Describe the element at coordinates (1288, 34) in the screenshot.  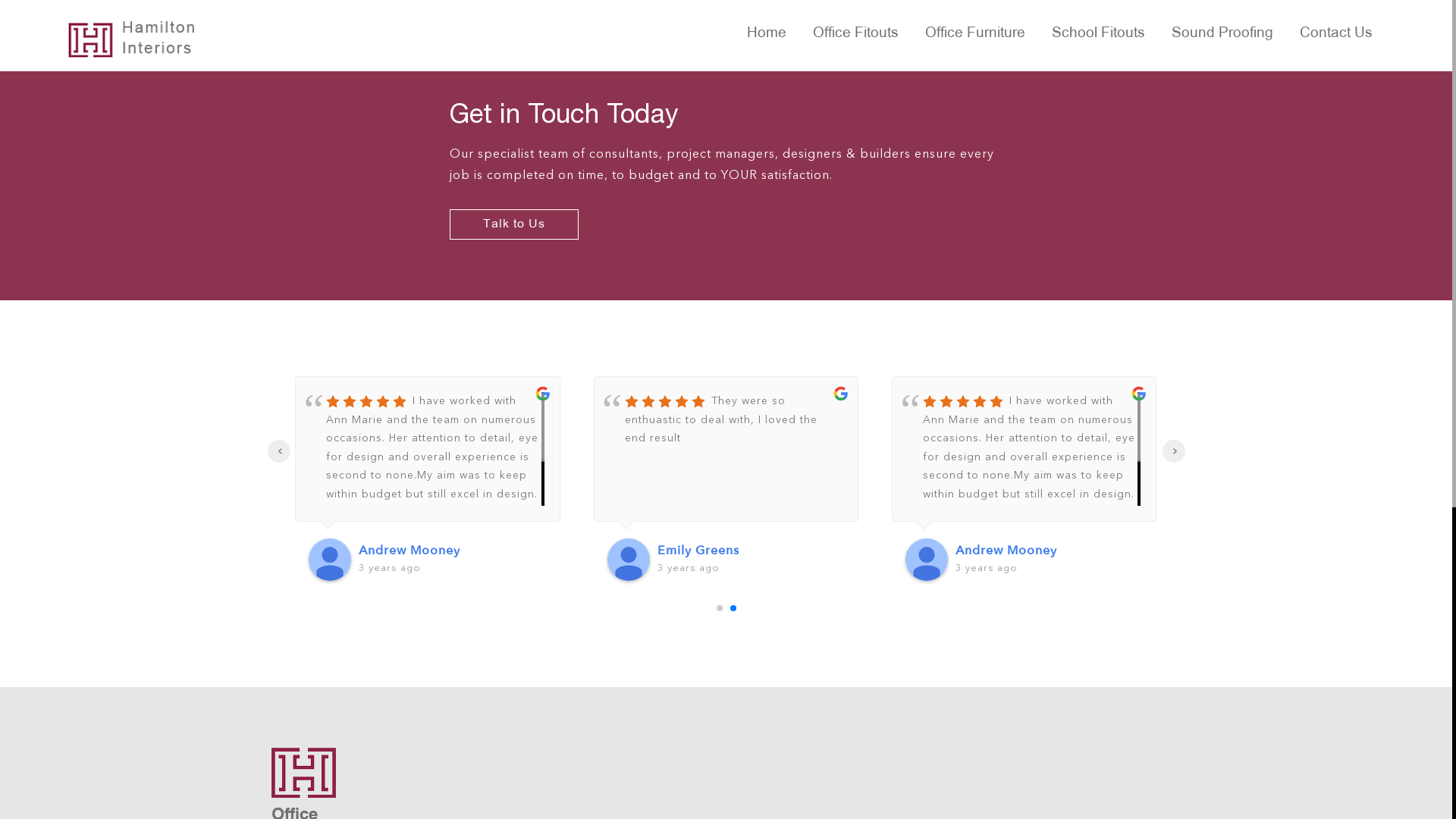
I see `'Contact Us'` at that location.